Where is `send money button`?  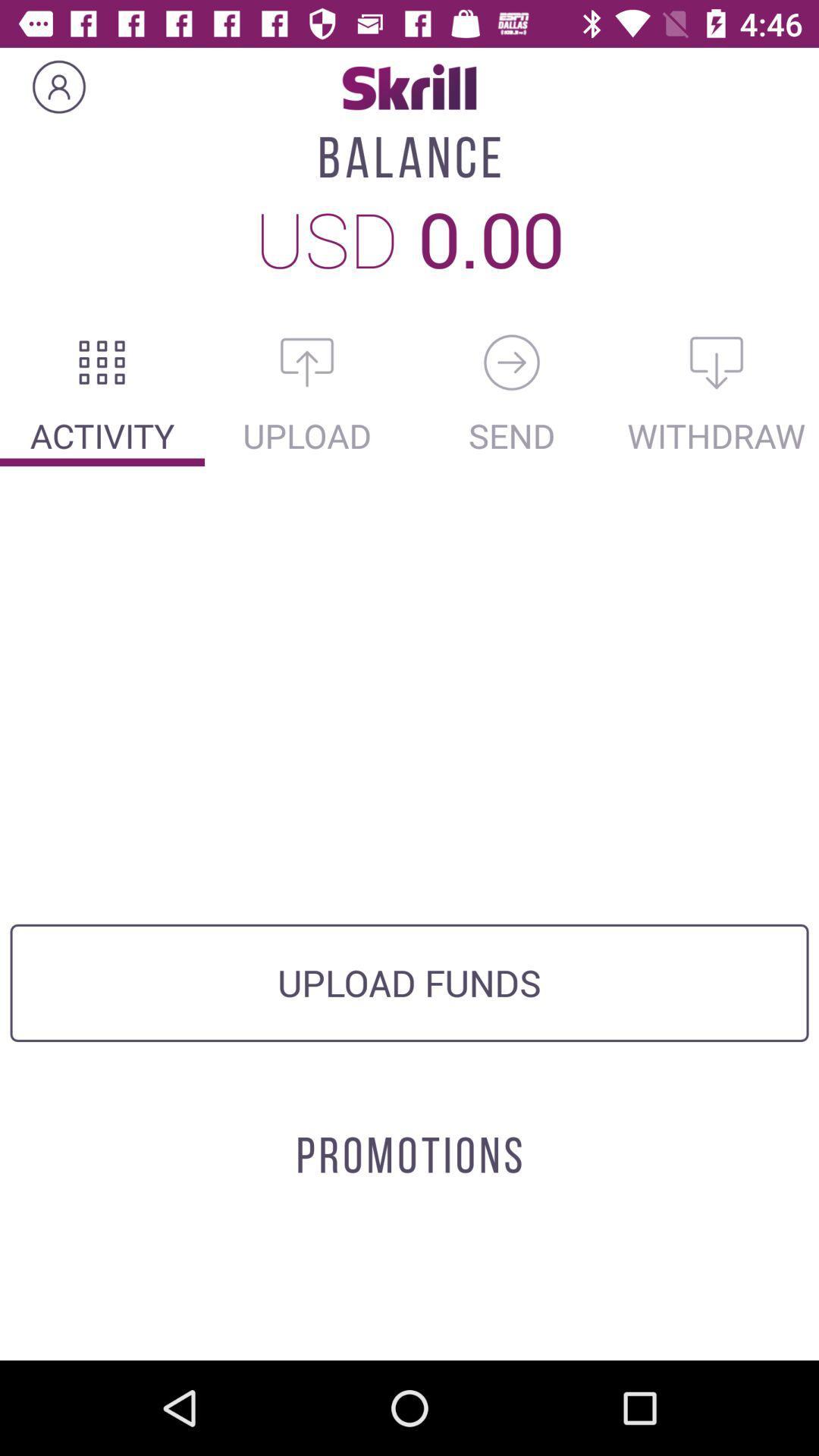 send money button is located at coordinates (512, 362).